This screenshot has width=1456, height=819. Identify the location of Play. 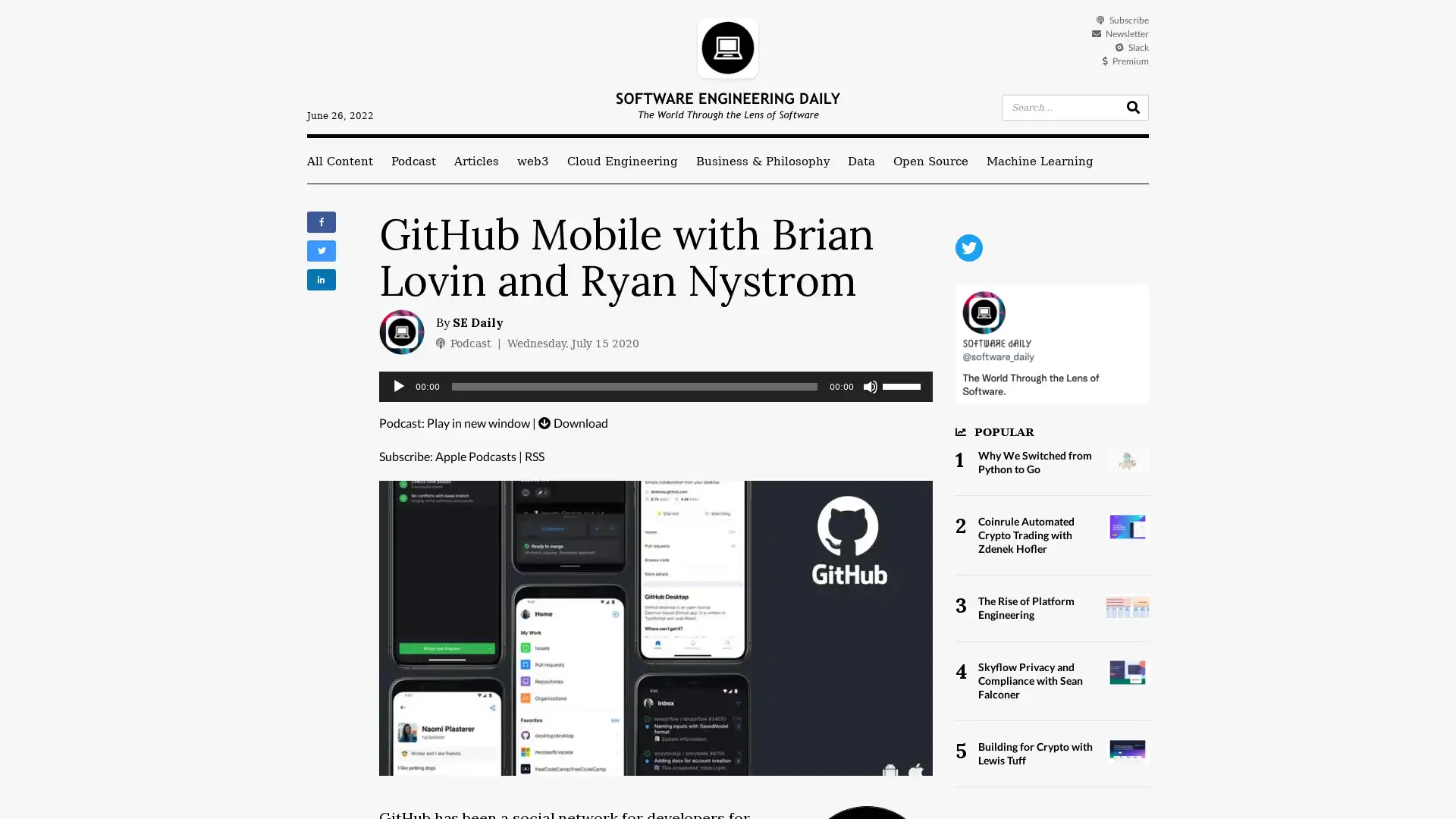
(397, 385).